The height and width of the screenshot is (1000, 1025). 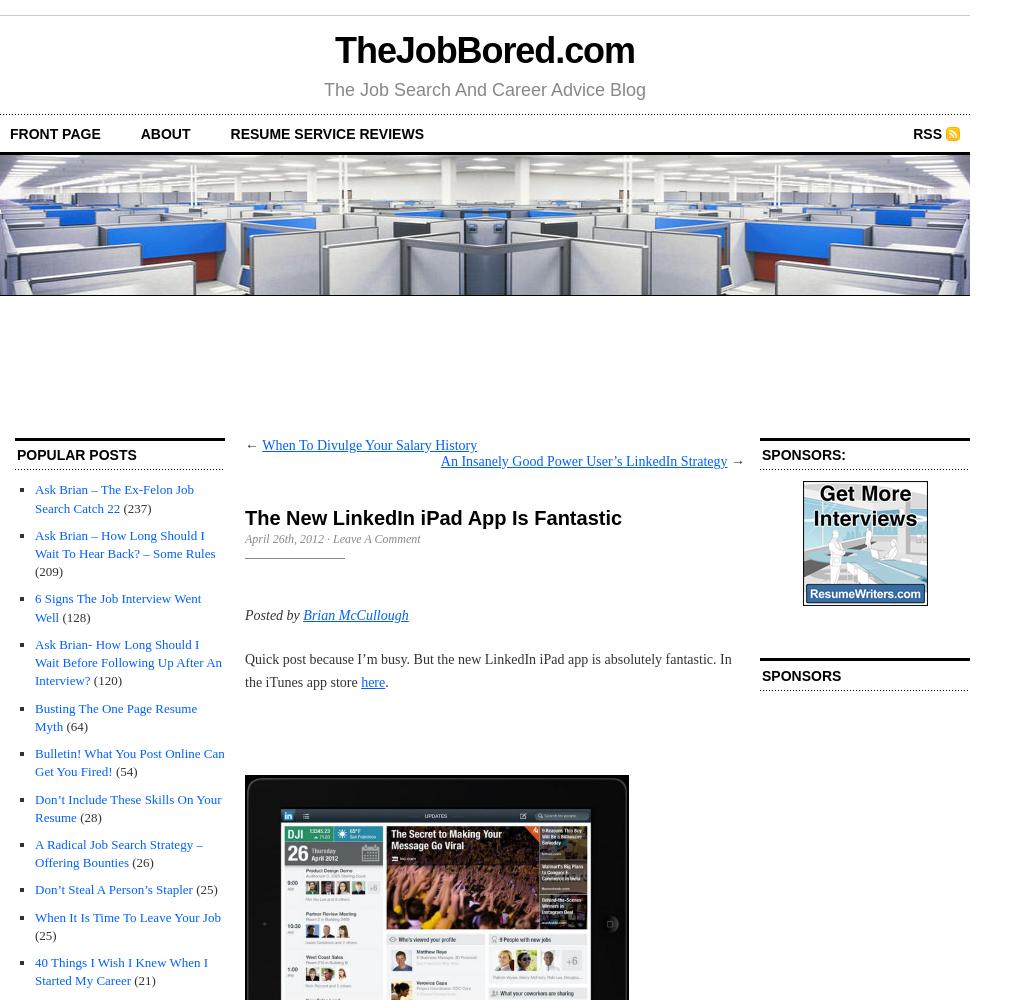 I want to click on 'RSS', so click(x=926, y=133).